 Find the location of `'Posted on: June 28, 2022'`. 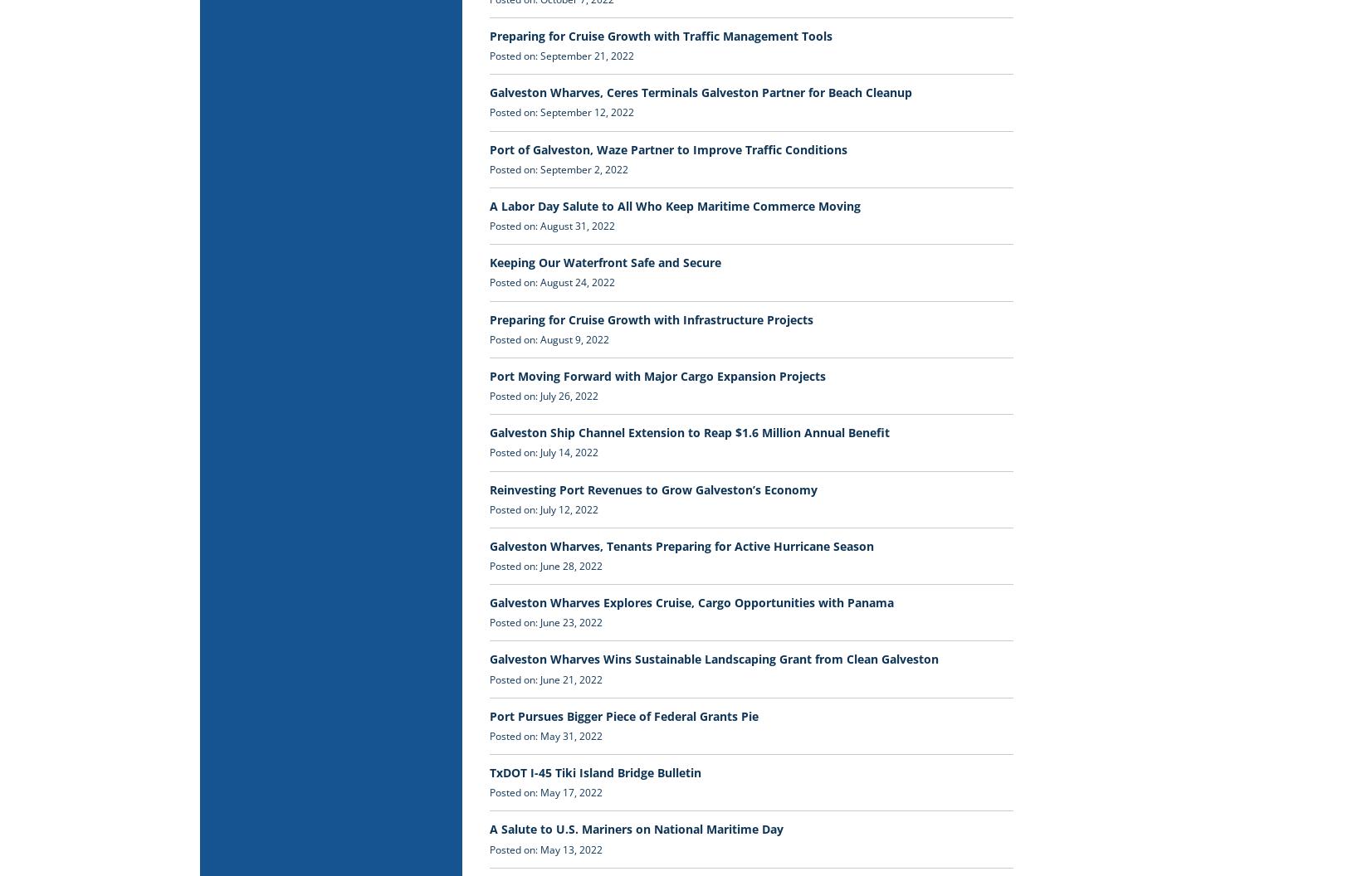

'Posted on: June 28, 2022' is located at coordinates (545, 565).